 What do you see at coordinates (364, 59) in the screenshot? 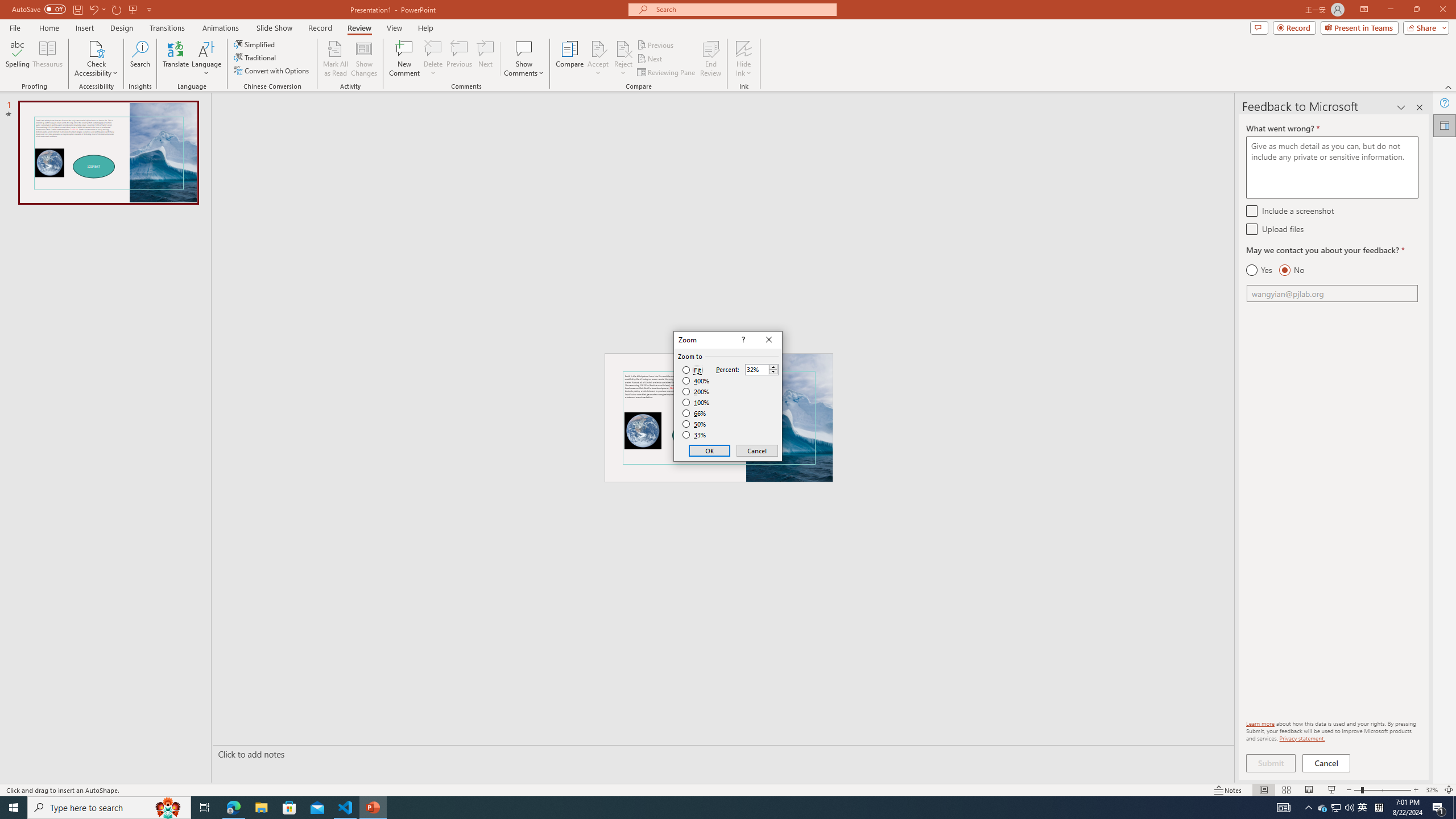
I see `'Show Changes'` at bounding box center [364, 59].